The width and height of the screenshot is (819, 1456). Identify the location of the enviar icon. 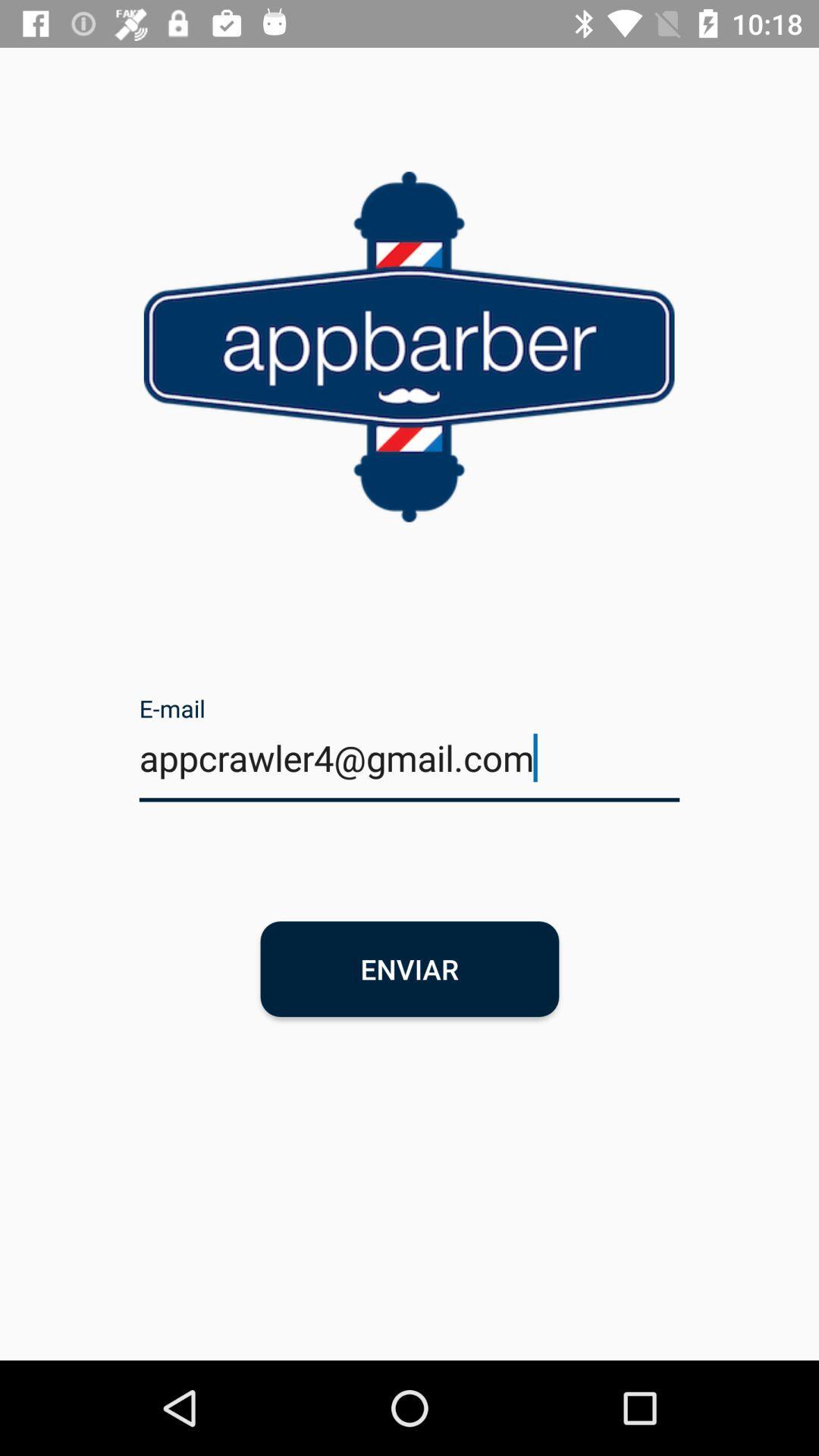
(409, 968).